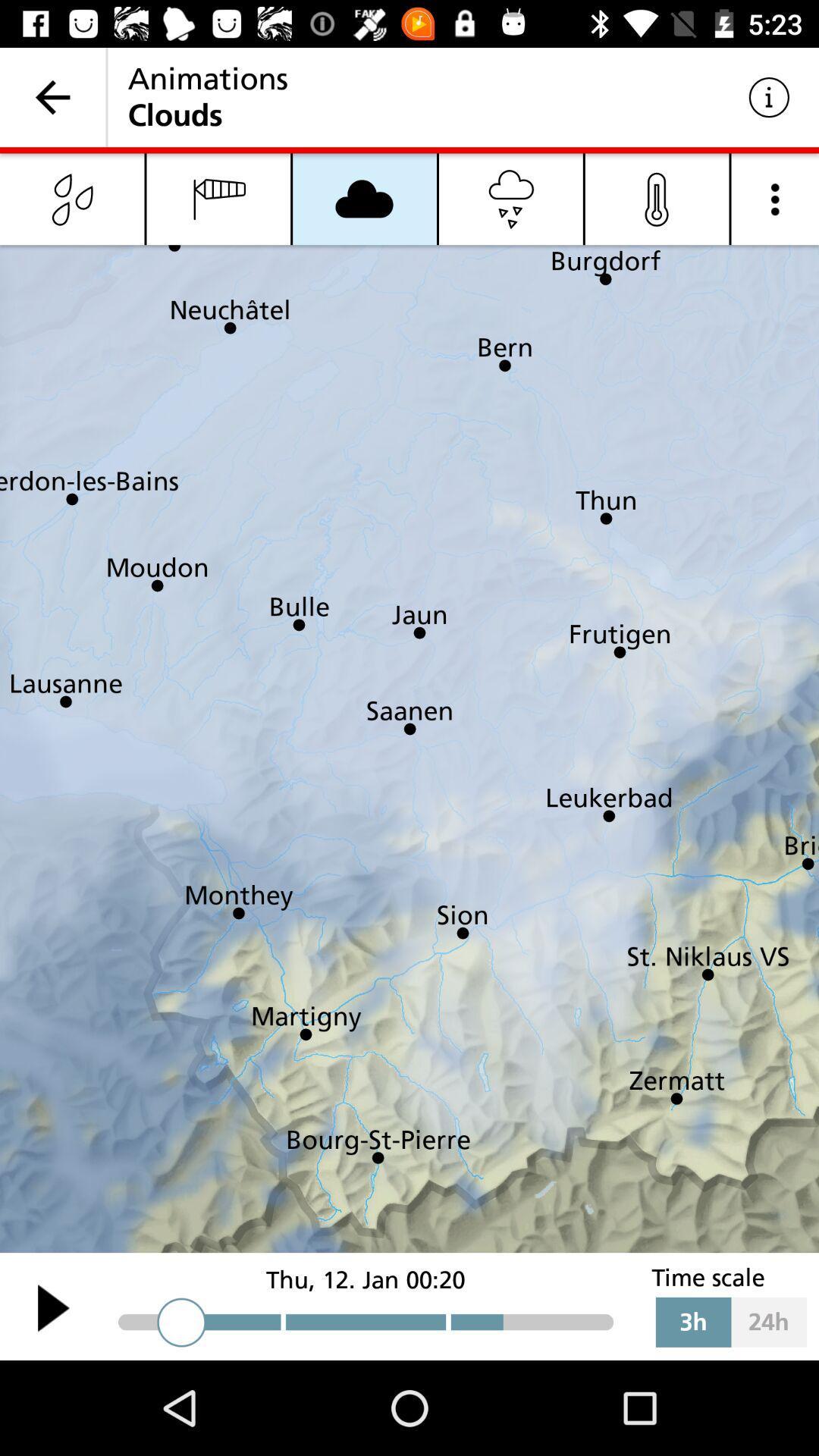 The width and height of the screenshot is (819, 1456). I want to click on the item next to the animations, so click(52, 96).